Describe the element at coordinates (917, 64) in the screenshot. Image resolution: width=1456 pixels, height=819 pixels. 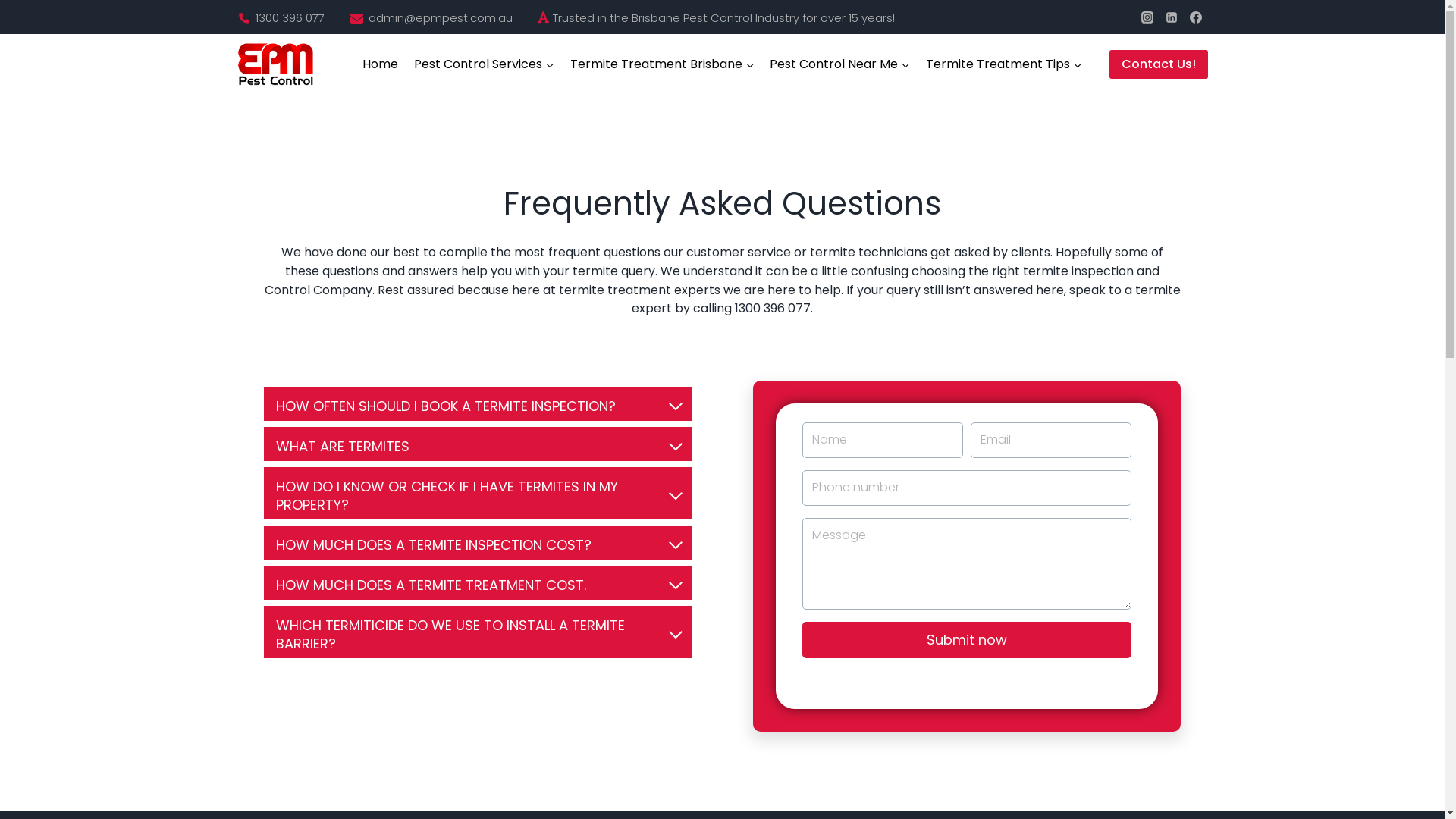
I see `'Termite Treatment Tips'` at that location.